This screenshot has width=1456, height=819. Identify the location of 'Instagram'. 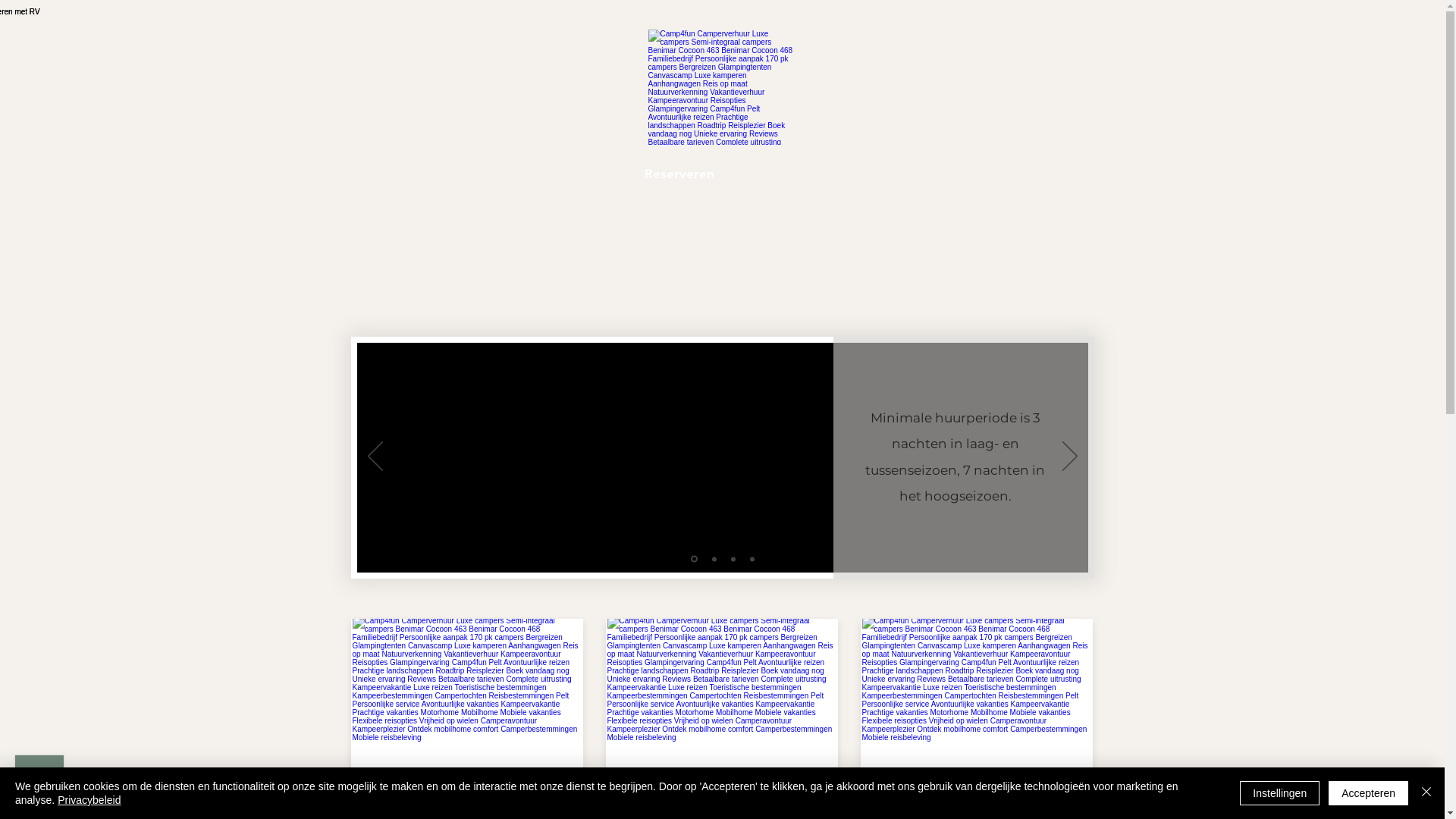
(893, 172).